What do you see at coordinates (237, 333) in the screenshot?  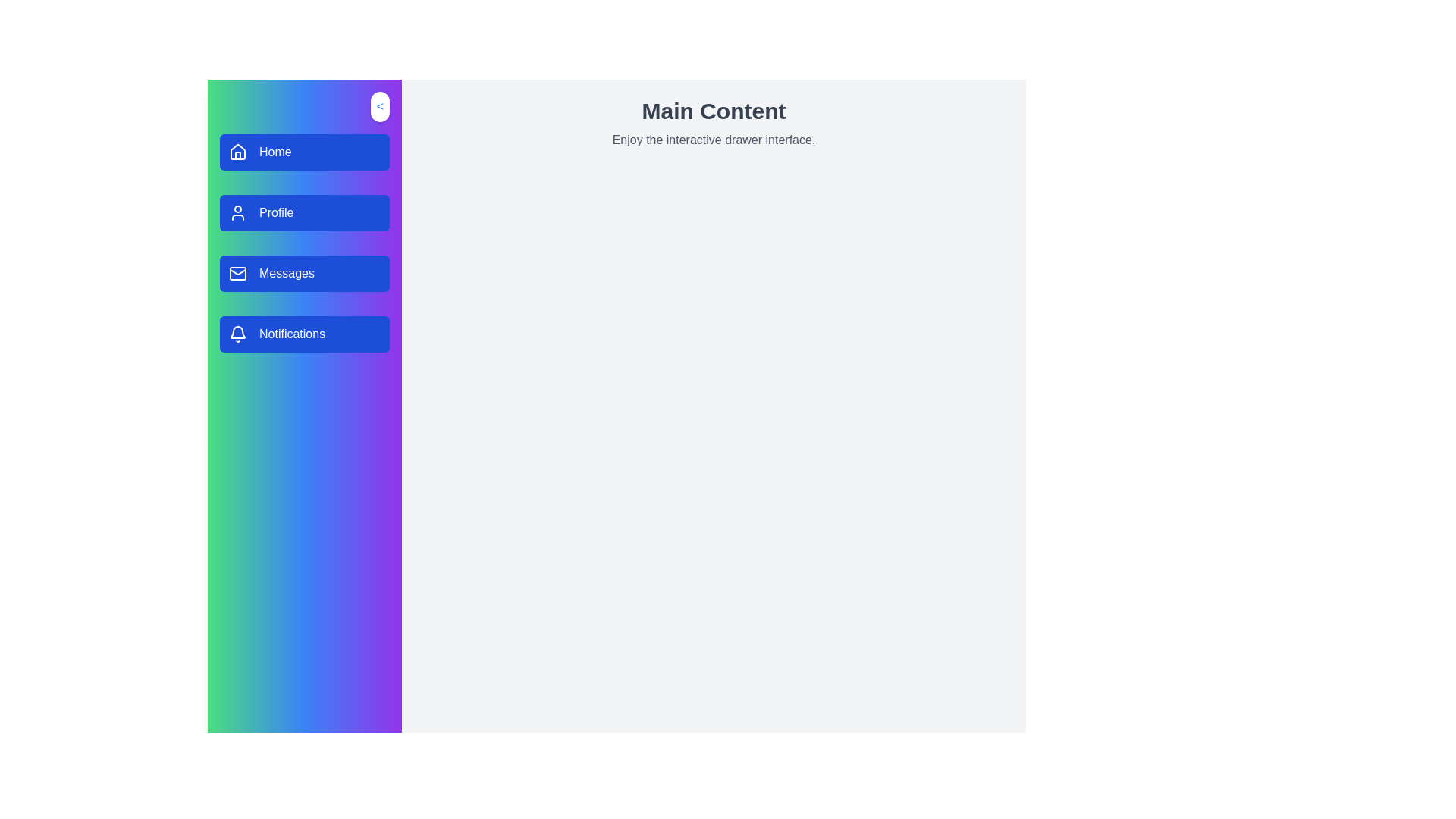 I see `the notifications icon located in the left sidebar menu, specifically the fourth button labeled 'Notifications'` at bounding box center [237, 333].